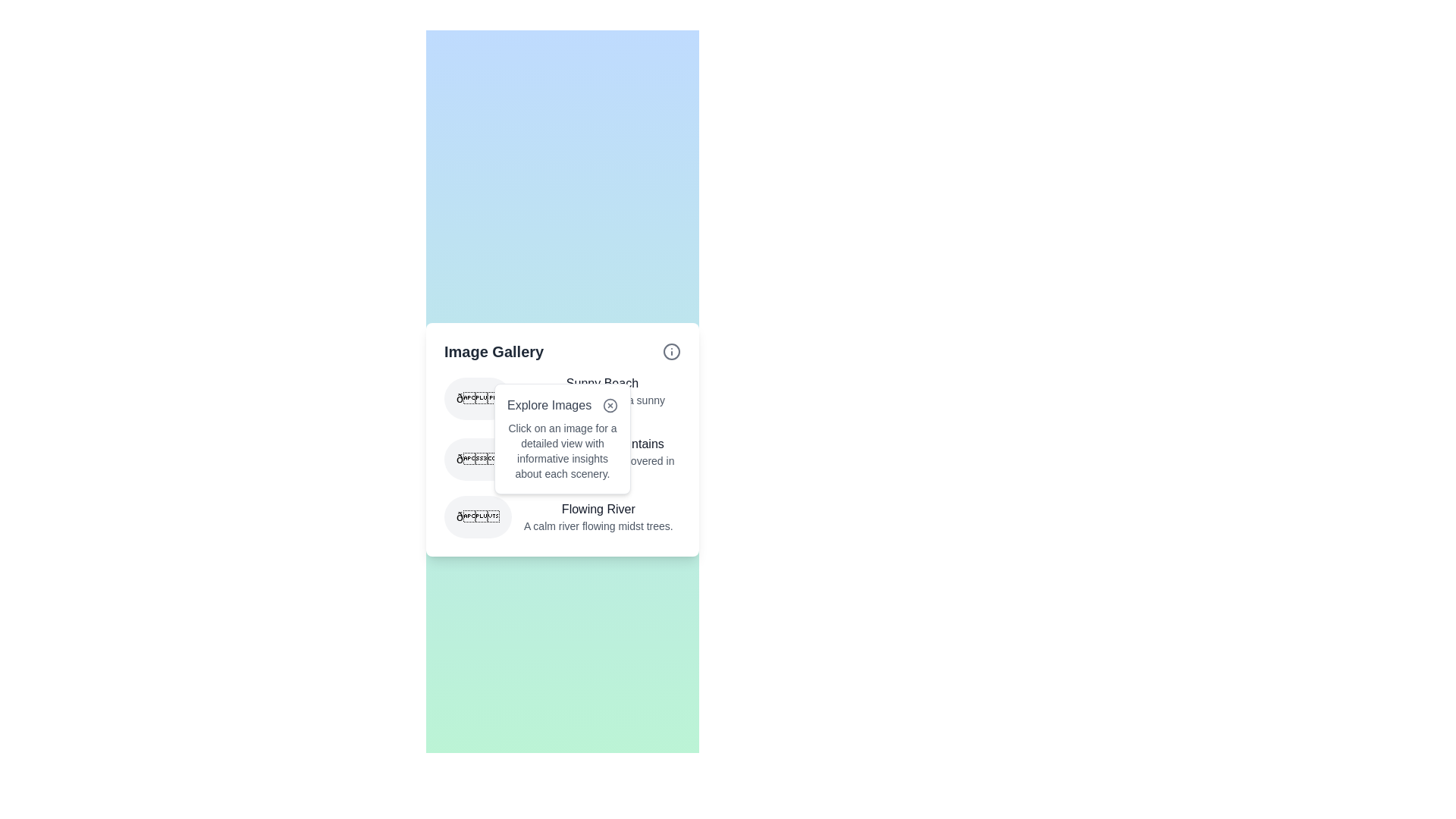 Image resolution: width=1456 pixels, height=819 pixels. I want to click on the informational icon located to the right of the 'Image Gallery' text in the header, so click(671, 351).